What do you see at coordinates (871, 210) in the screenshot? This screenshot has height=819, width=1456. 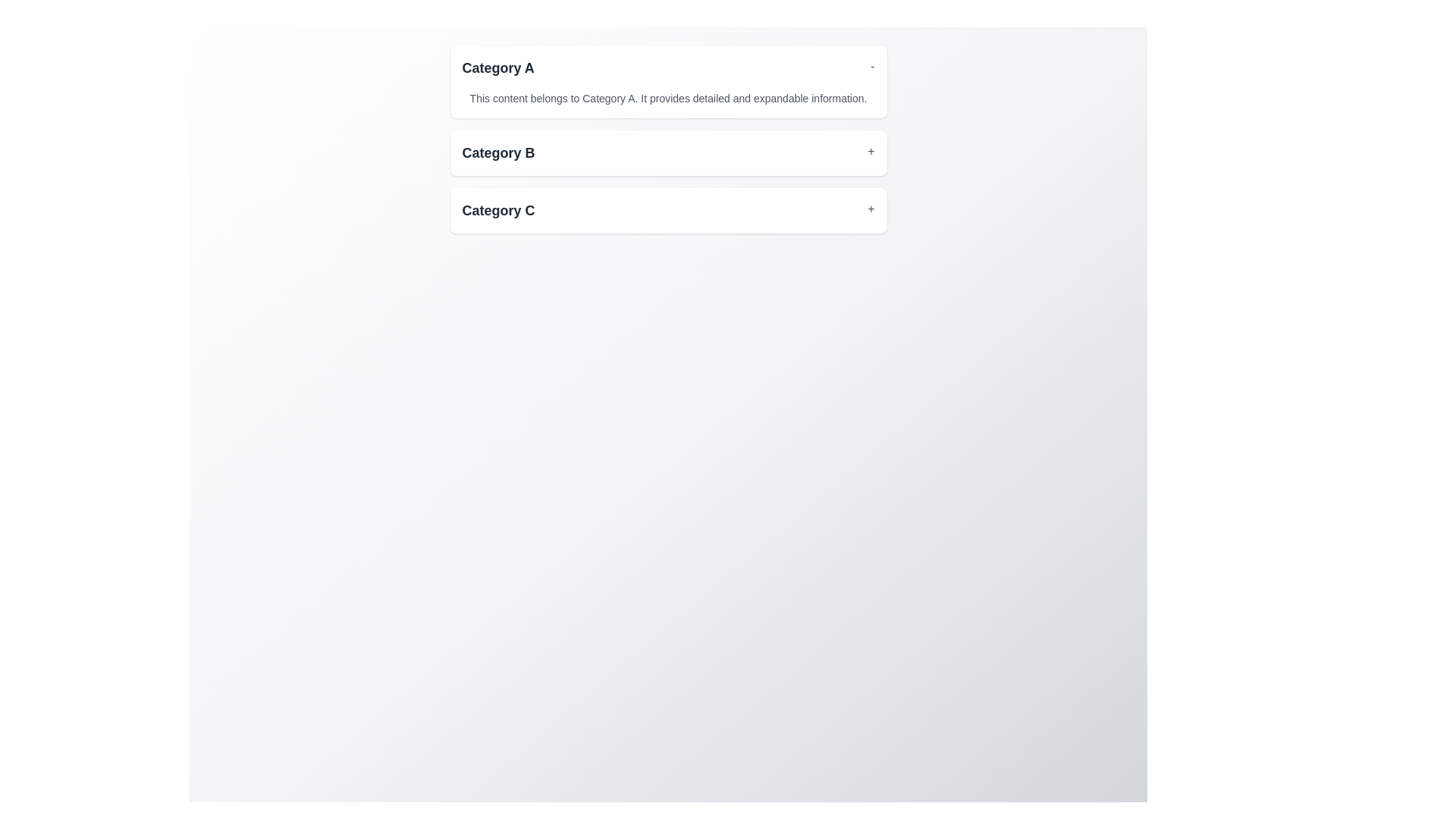 I see `the '+' button located on the rightmost side of the row for 'Category C'` at bounding box center [871, 210].